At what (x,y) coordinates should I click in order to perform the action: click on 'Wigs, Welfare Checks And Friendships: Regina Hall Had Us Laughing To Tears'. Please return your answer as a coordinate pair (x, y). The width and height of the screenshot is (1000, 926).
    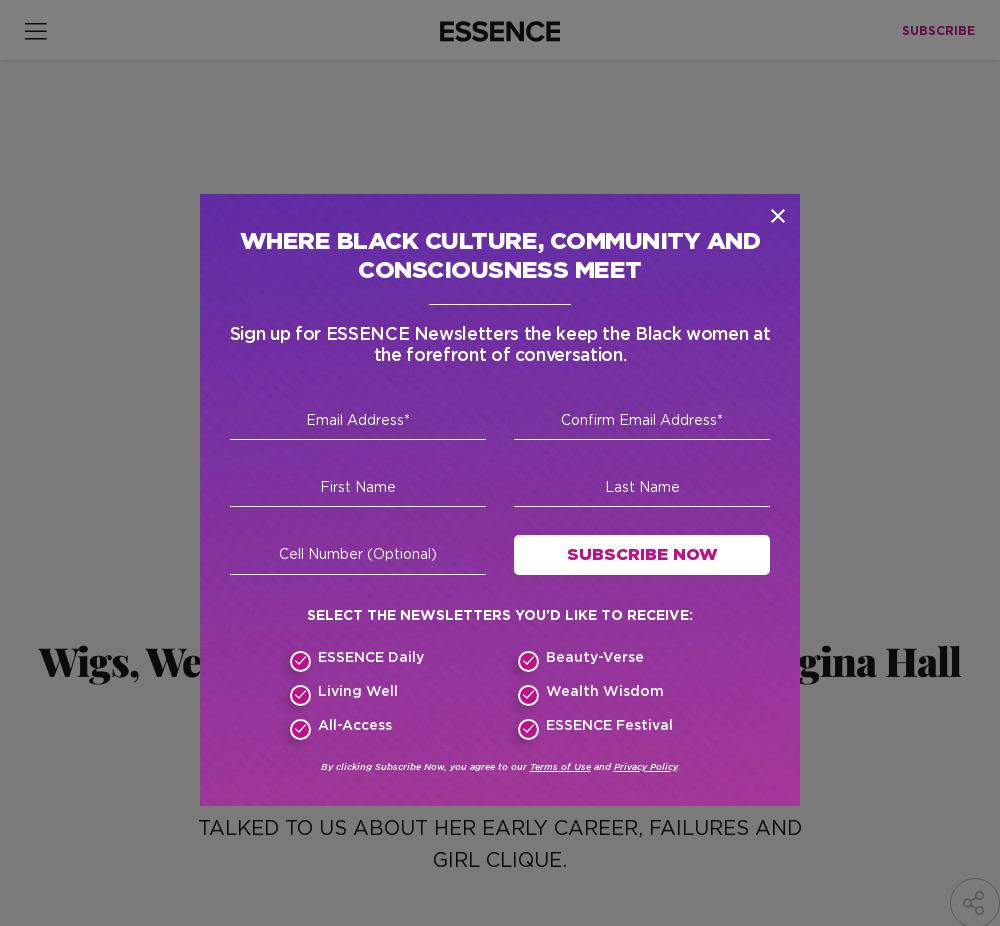
    Looking at the image, I should click on (498, 682).